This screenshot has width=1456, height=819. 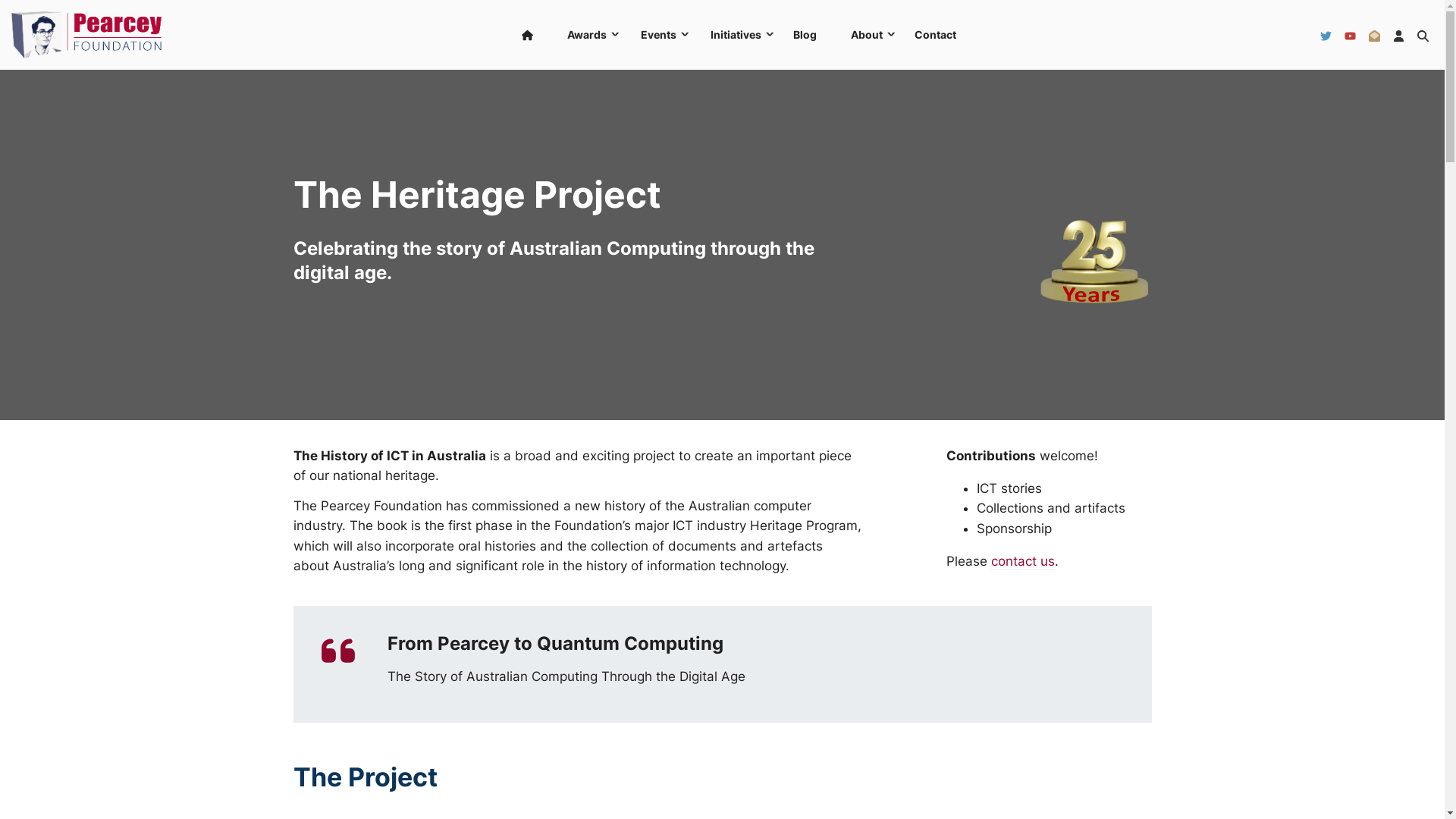 I want to click on 'Search', so click(x=1422, y=34).